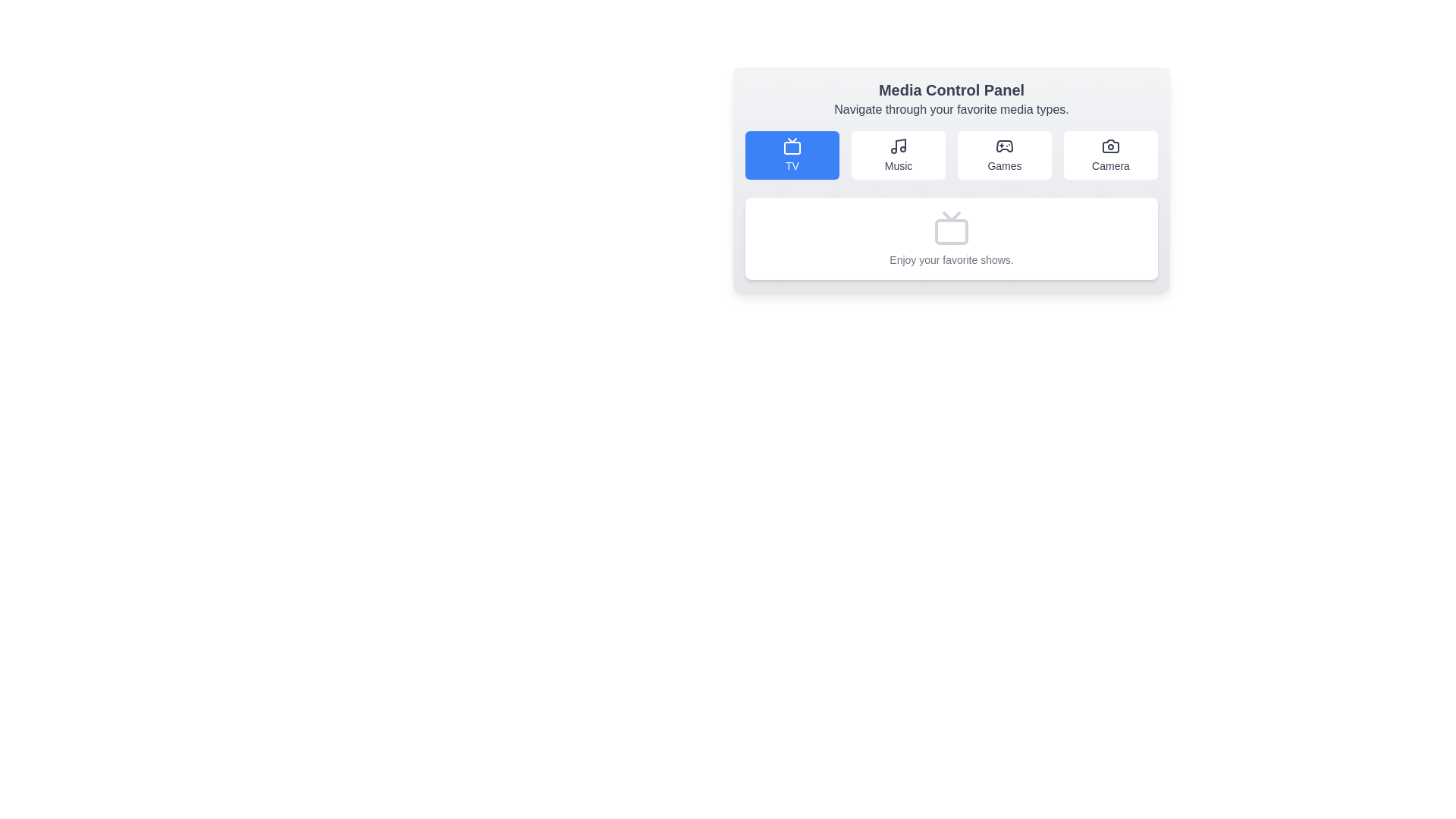  I want to click on the interactive button for navigating to the 'Games' section, located in the third column of the grid, so click(1004, 155).